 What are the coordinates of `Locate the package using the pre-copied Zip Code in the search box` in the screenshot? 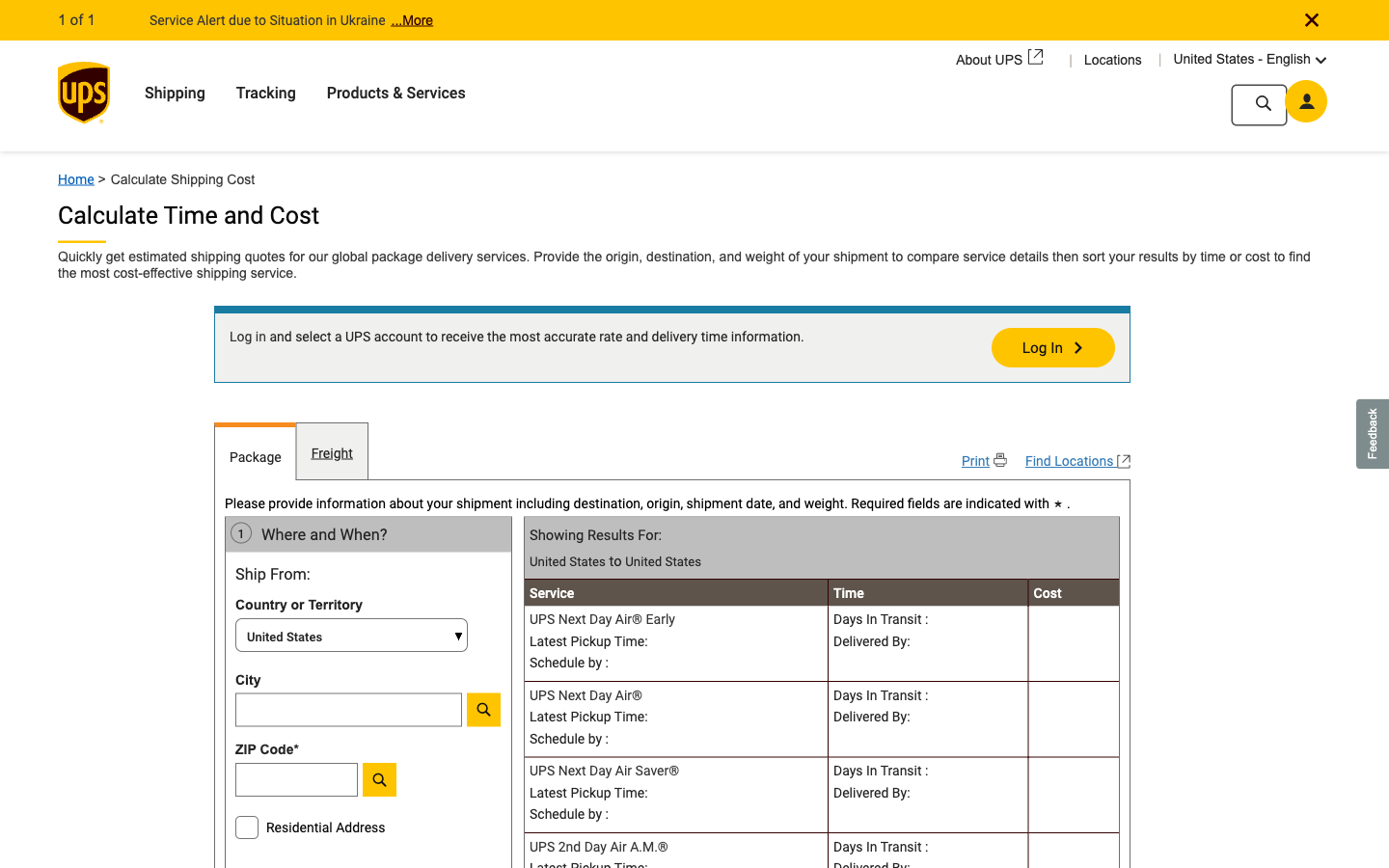 It's located at (347, 784).